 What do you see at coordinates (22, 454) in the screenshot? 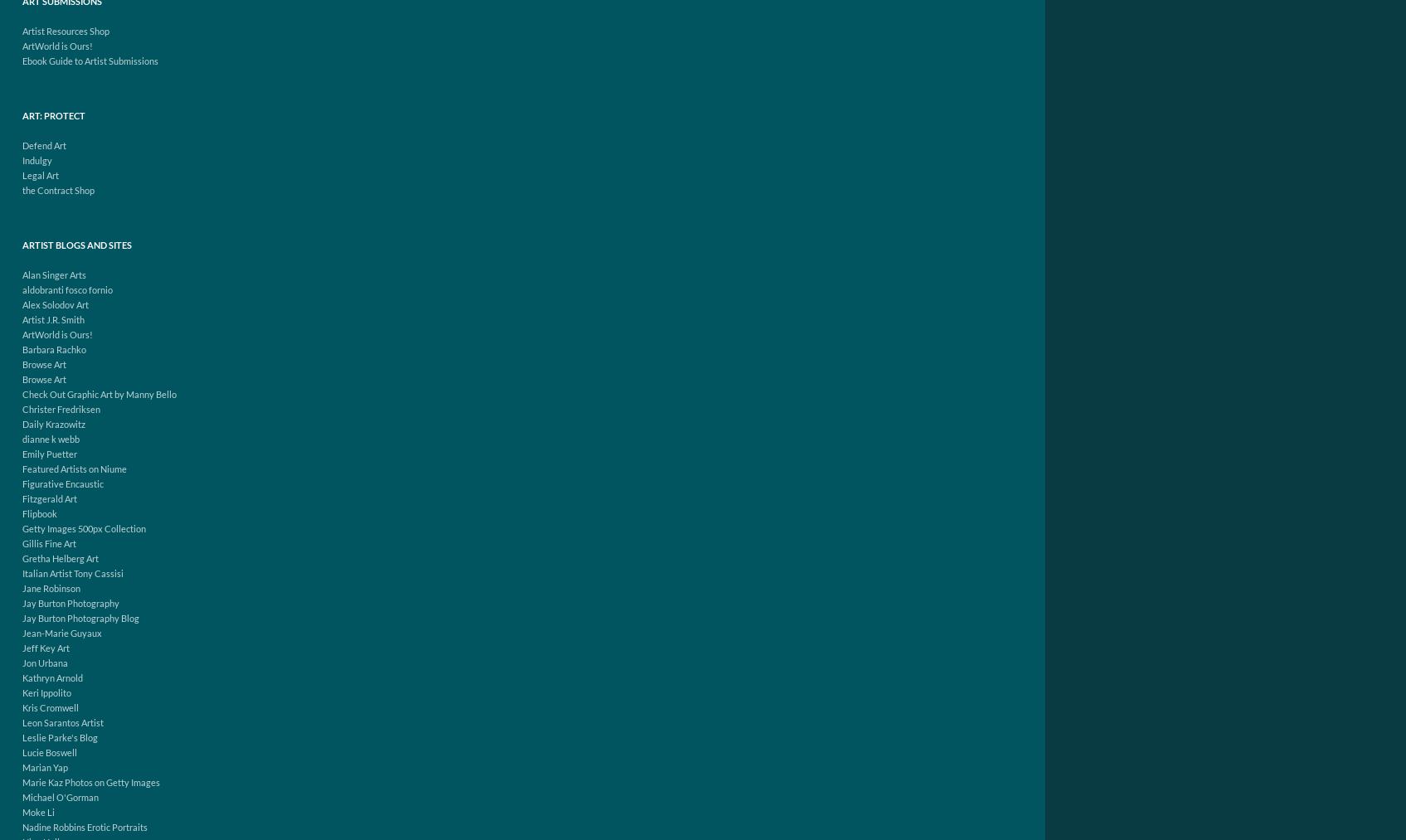
I see `'Emily Puetter'` at bounding box center [22, 454].